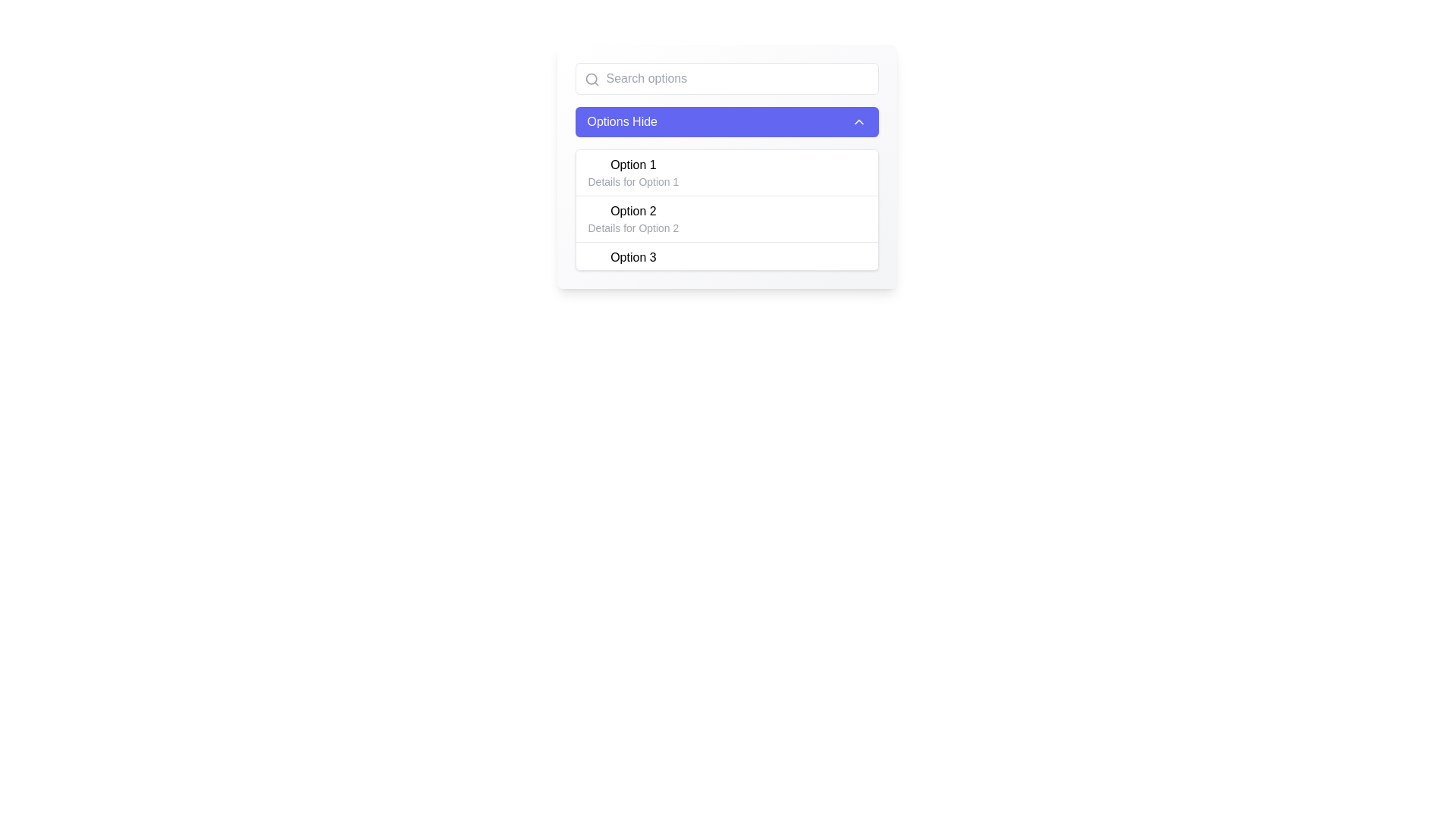 The width and height of the screenshot is (1456, 819). What do you see at coordinates (726, 264) in the screenshot?
I see `the third selectable option in the dropdown menu labeled 'Option 3'` at bounding box center [726, 264].